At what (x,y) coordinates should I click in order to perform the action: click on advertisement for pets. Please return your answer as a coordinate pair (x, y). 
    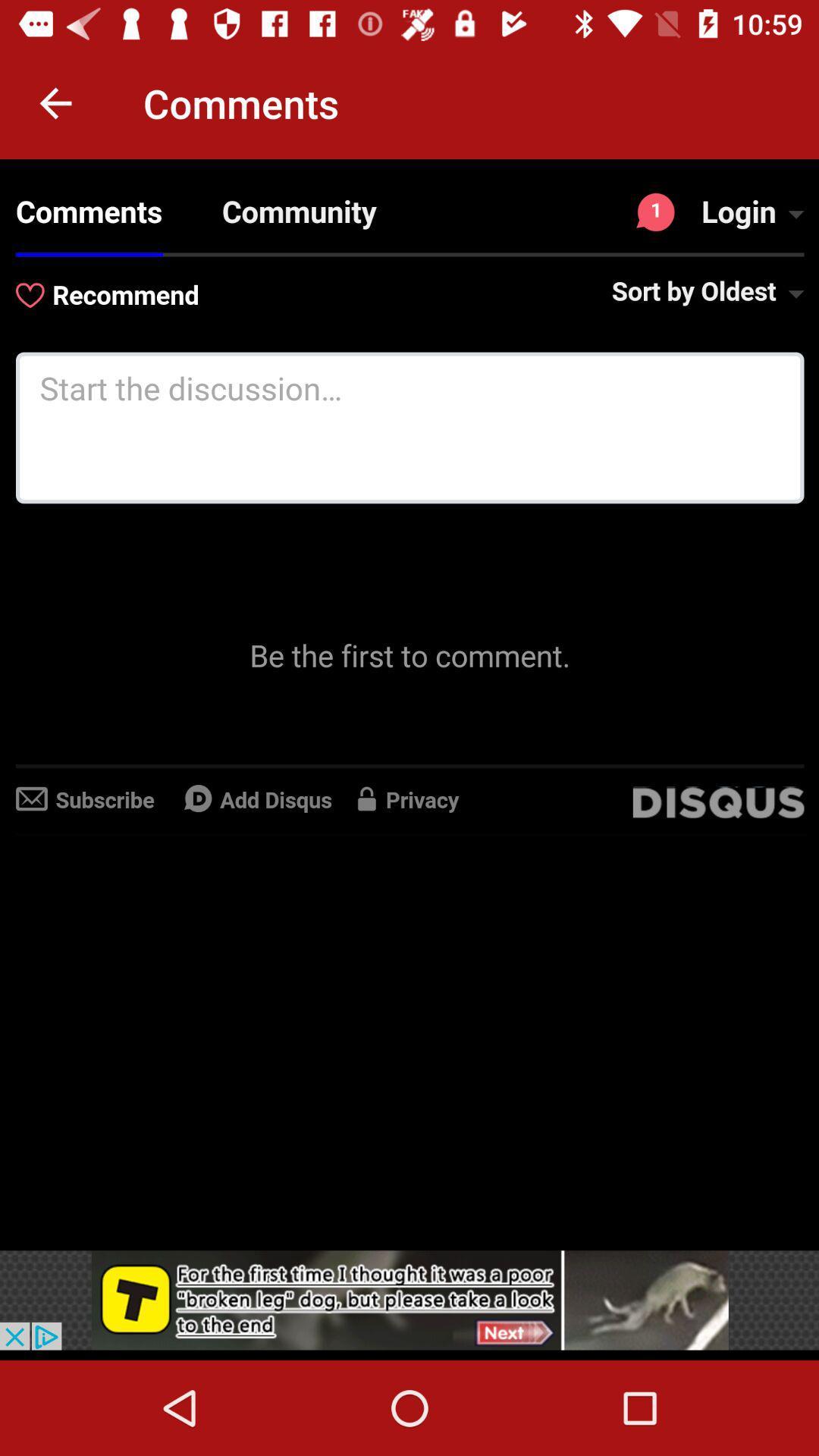
    Looking at the image, I should click on (409, 1299).